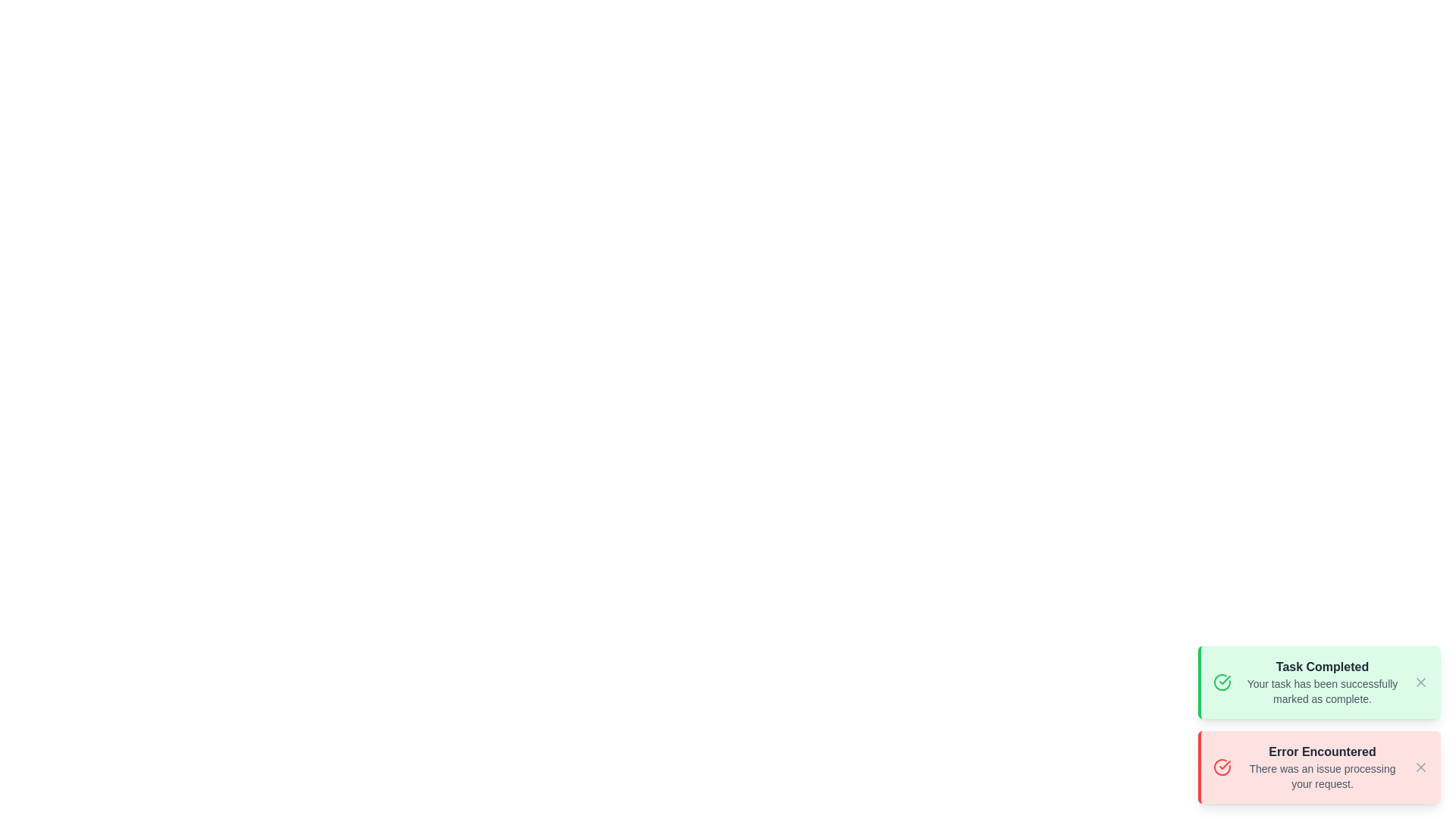  I want to click on the close button of the notification to dismiss it, so click(1420, 681).